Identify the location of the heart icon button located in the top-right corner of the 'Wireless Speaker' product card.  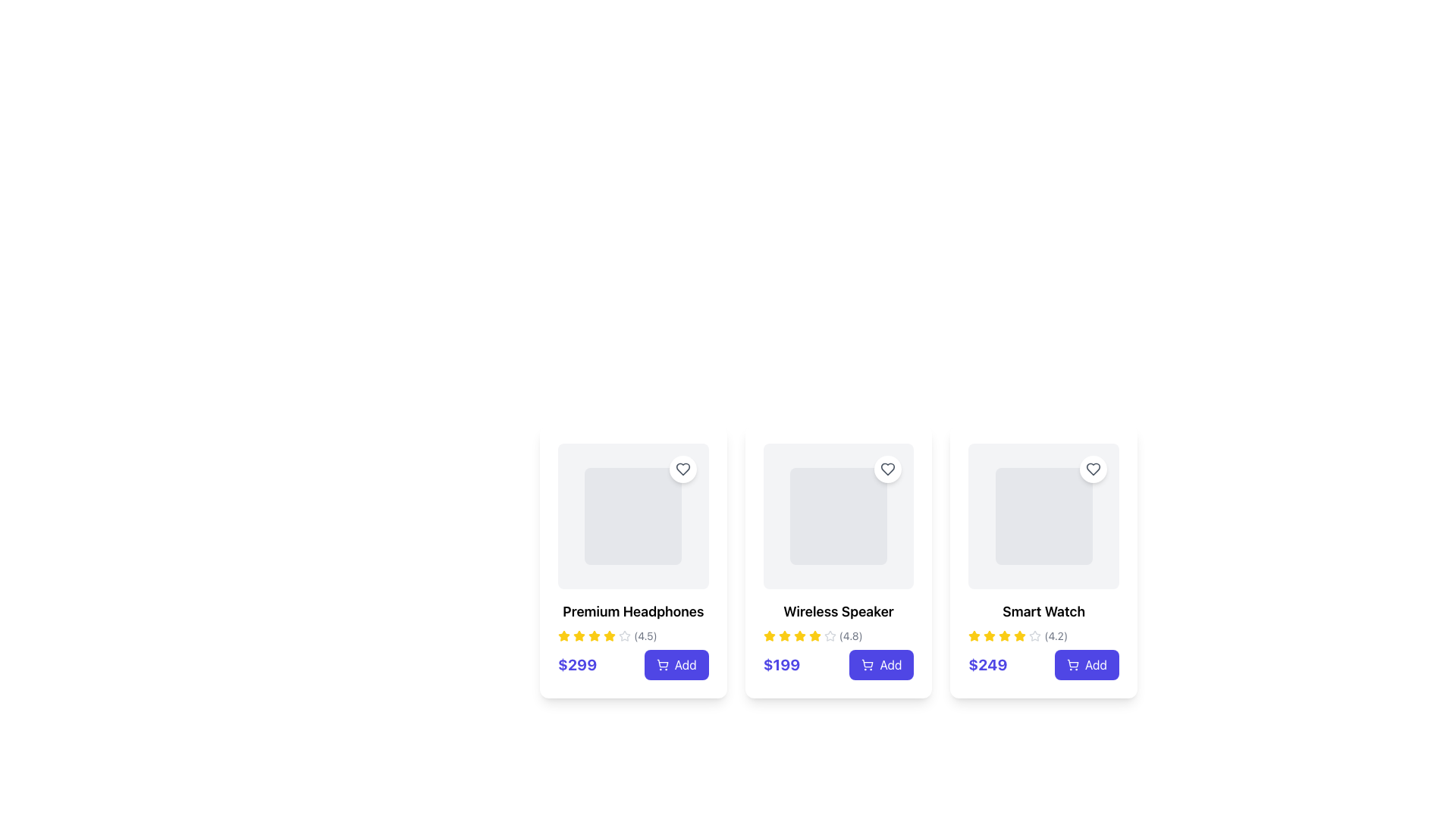
(888, 468).